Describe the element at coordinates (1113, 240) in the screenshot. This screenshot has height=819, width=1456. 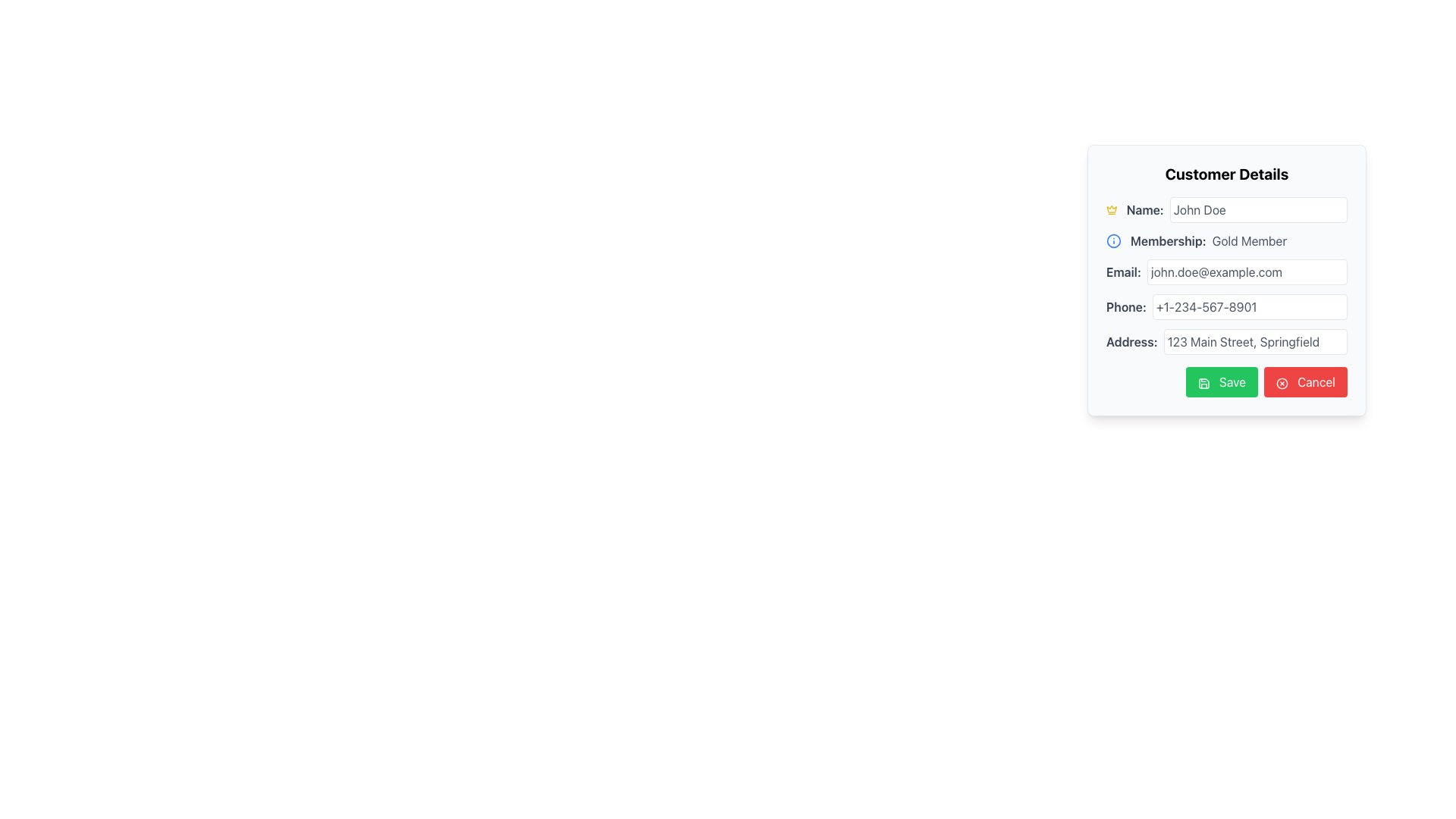
I see `the visual circle element styled as part of an SVG icon located near the 'Membership' label in the 'Customer Details' card` at that location.